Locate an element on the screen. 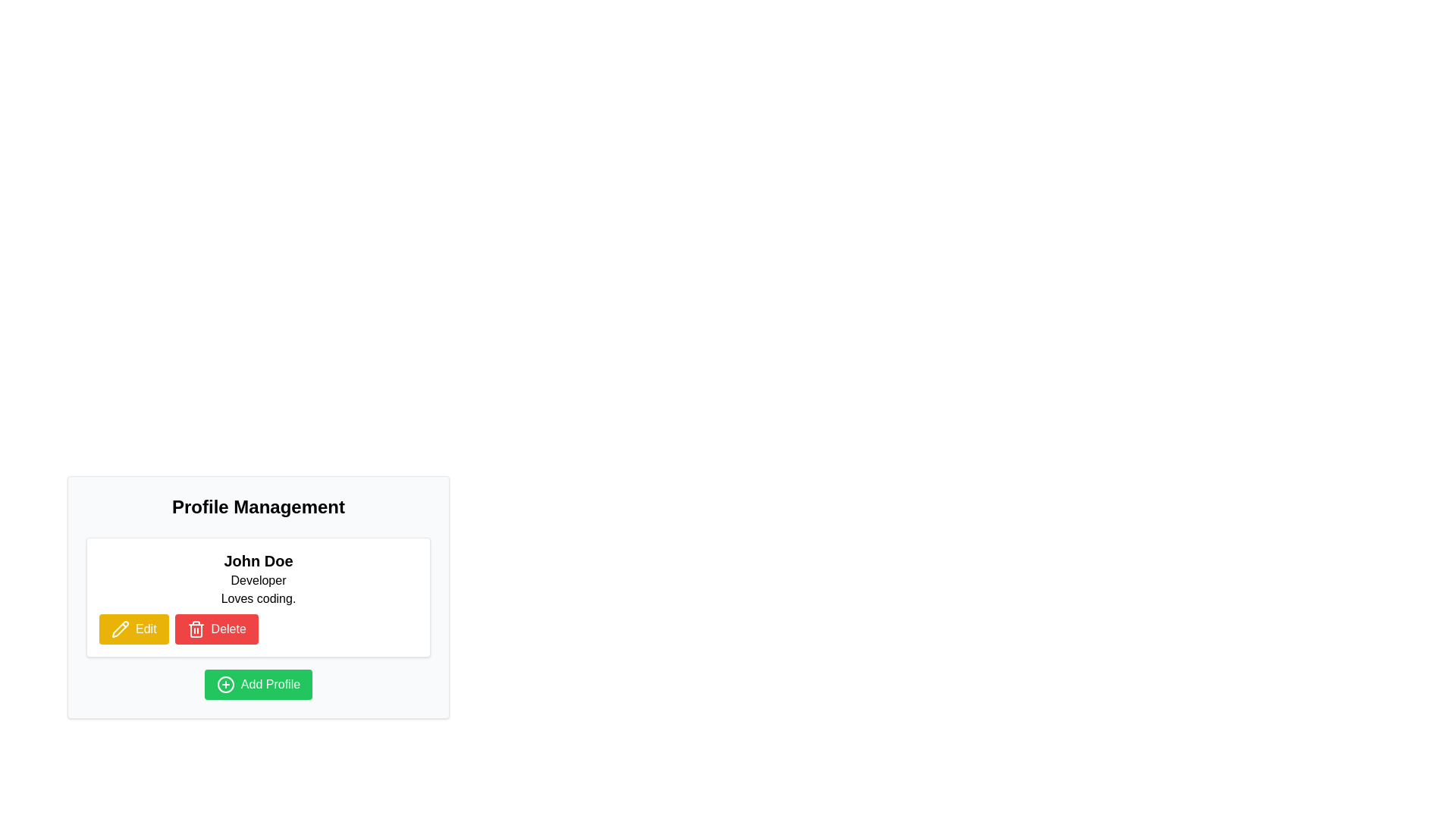 This screenshot has height=819, width=1456. the pencil icon on a yellow background, which is part of the 'Edit' button area, located to the left of the 'Delete' button is located at coordinates (119, 629).